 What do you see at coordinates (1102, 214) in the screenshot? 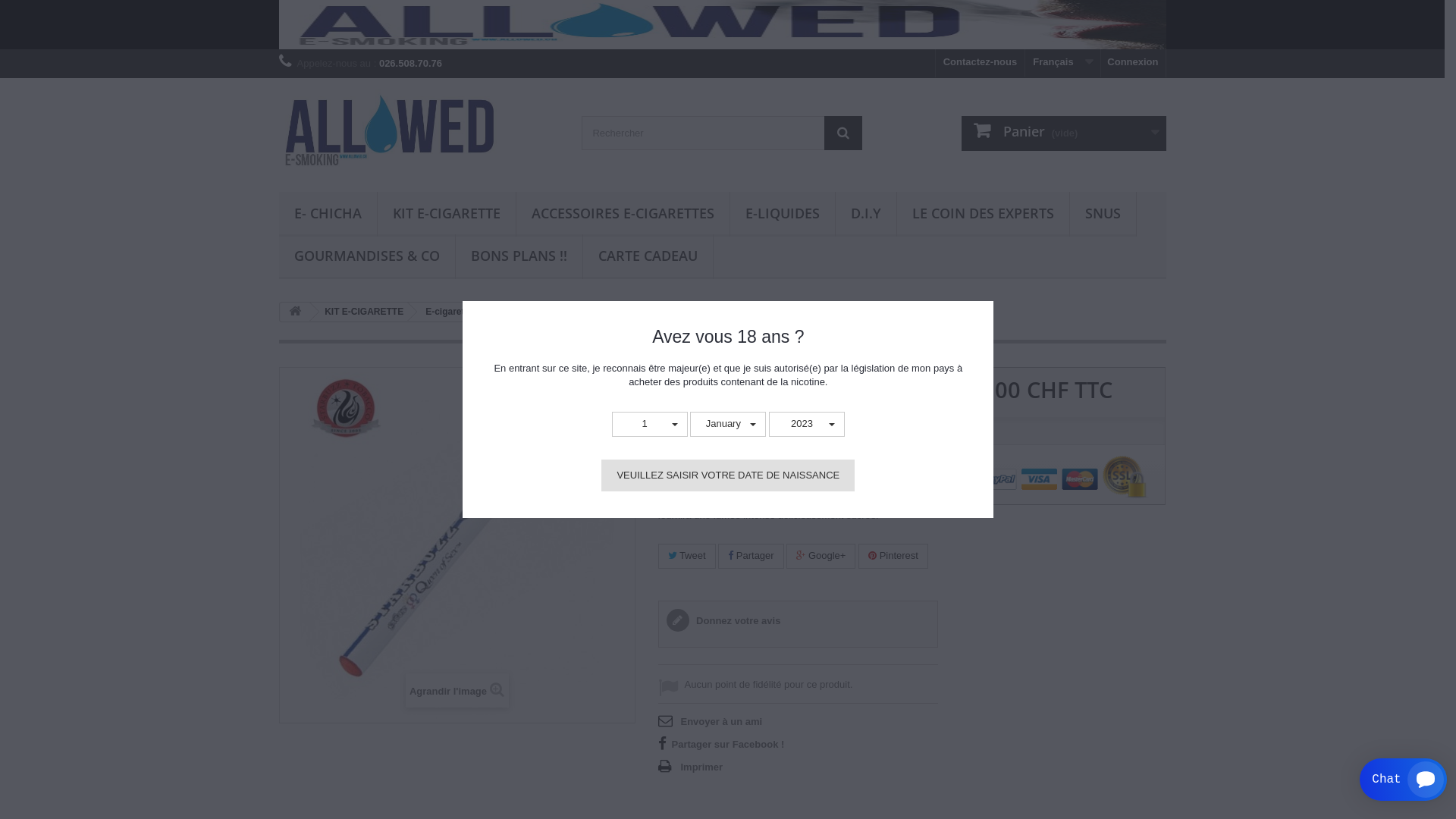
I see `'SNUS'` at bounding box center [1102, 214].